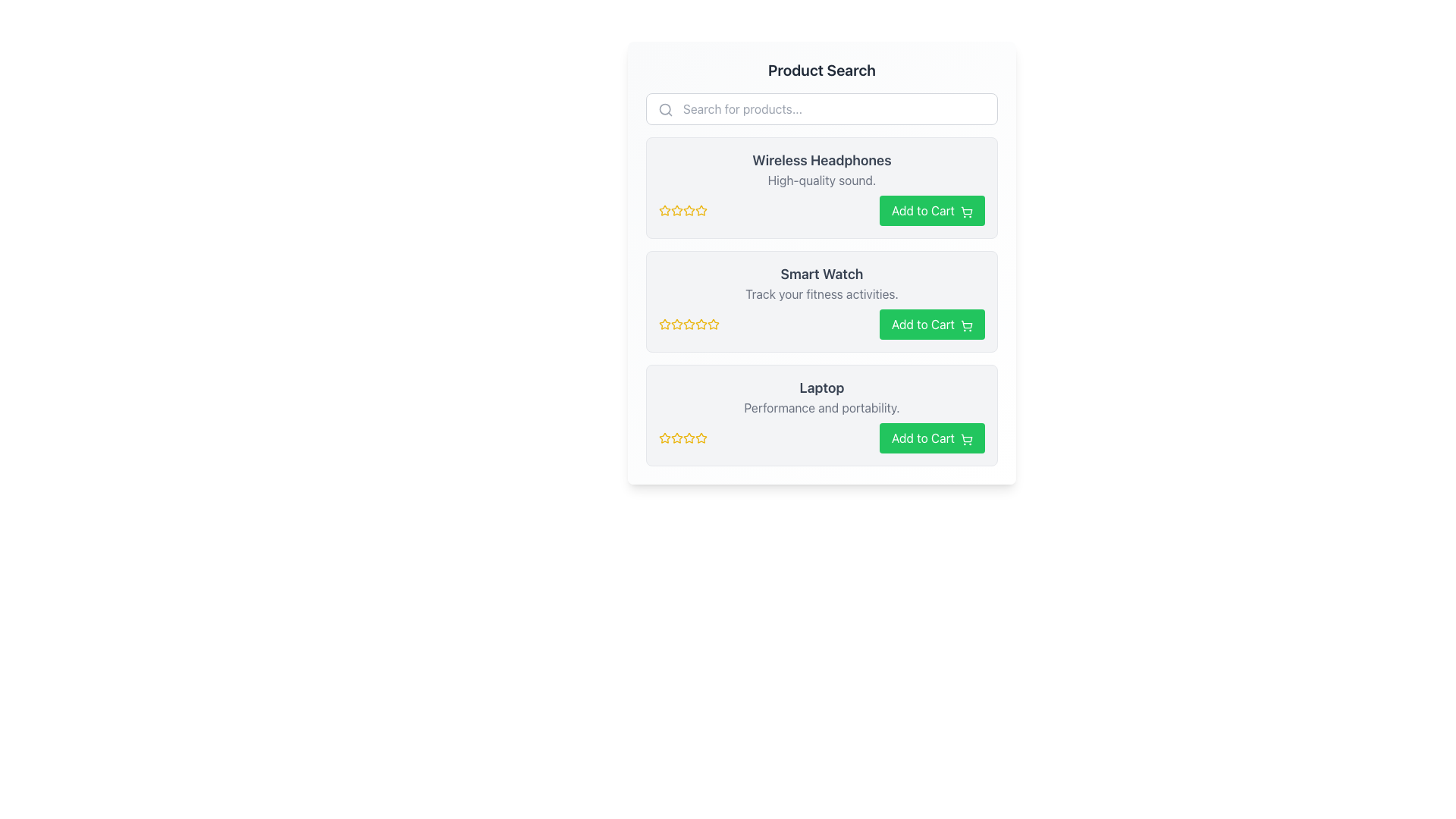 This screenshot has height=819, width=1456. What do you see at coordinates (821, 294) in the screenshot?
I see `the text label that describes the 'Smart Watch' product, positioned below the title and above the star ratings` at bounding box center [821, 294].